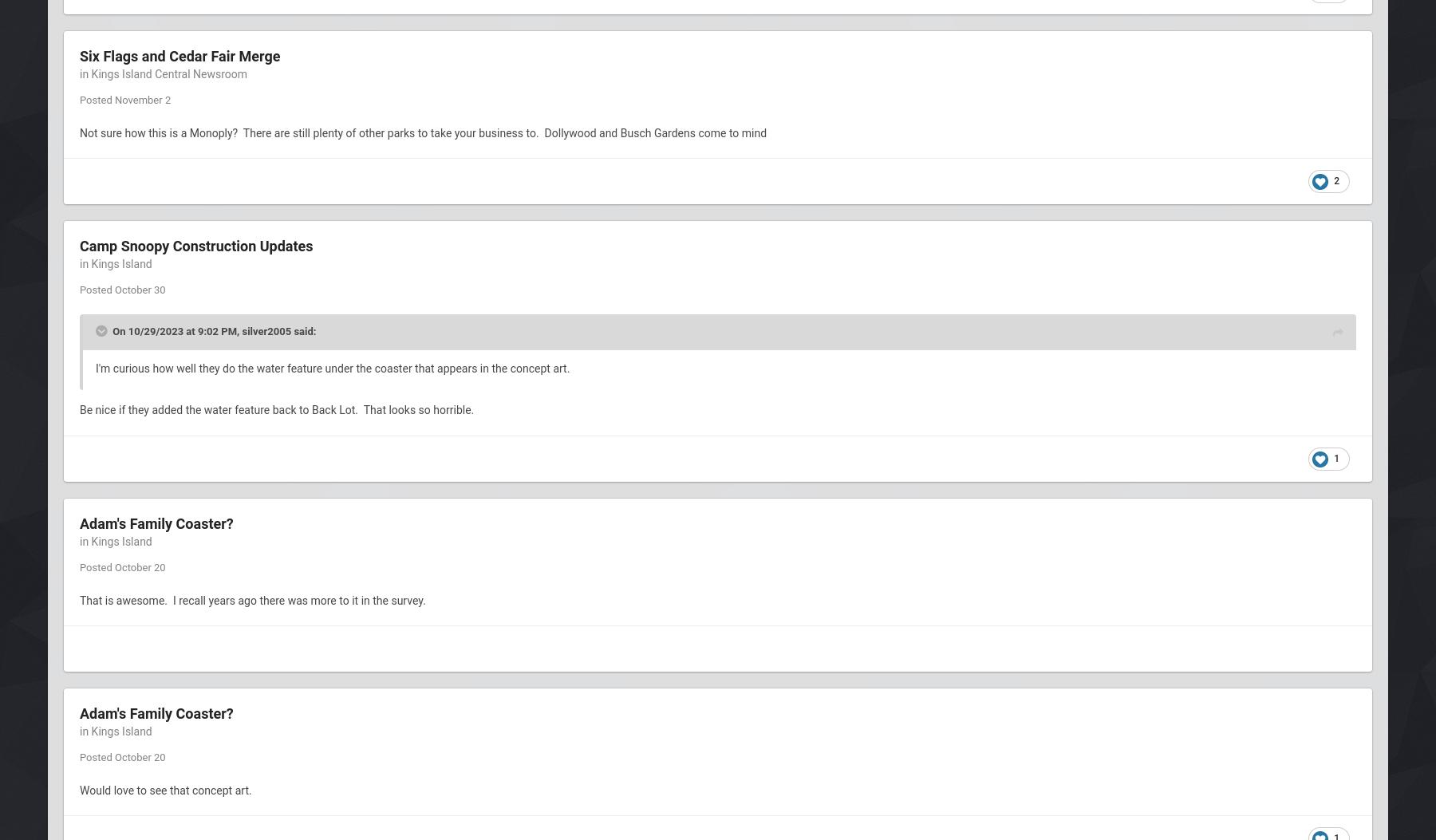 The height and width of the screenshot is (840, 1436). Describe the element at coordinates (333, 367) in the screenshot. I see `'I'm curious how well they do the water feature under the coaster that appears in the concept art.'` at that location.